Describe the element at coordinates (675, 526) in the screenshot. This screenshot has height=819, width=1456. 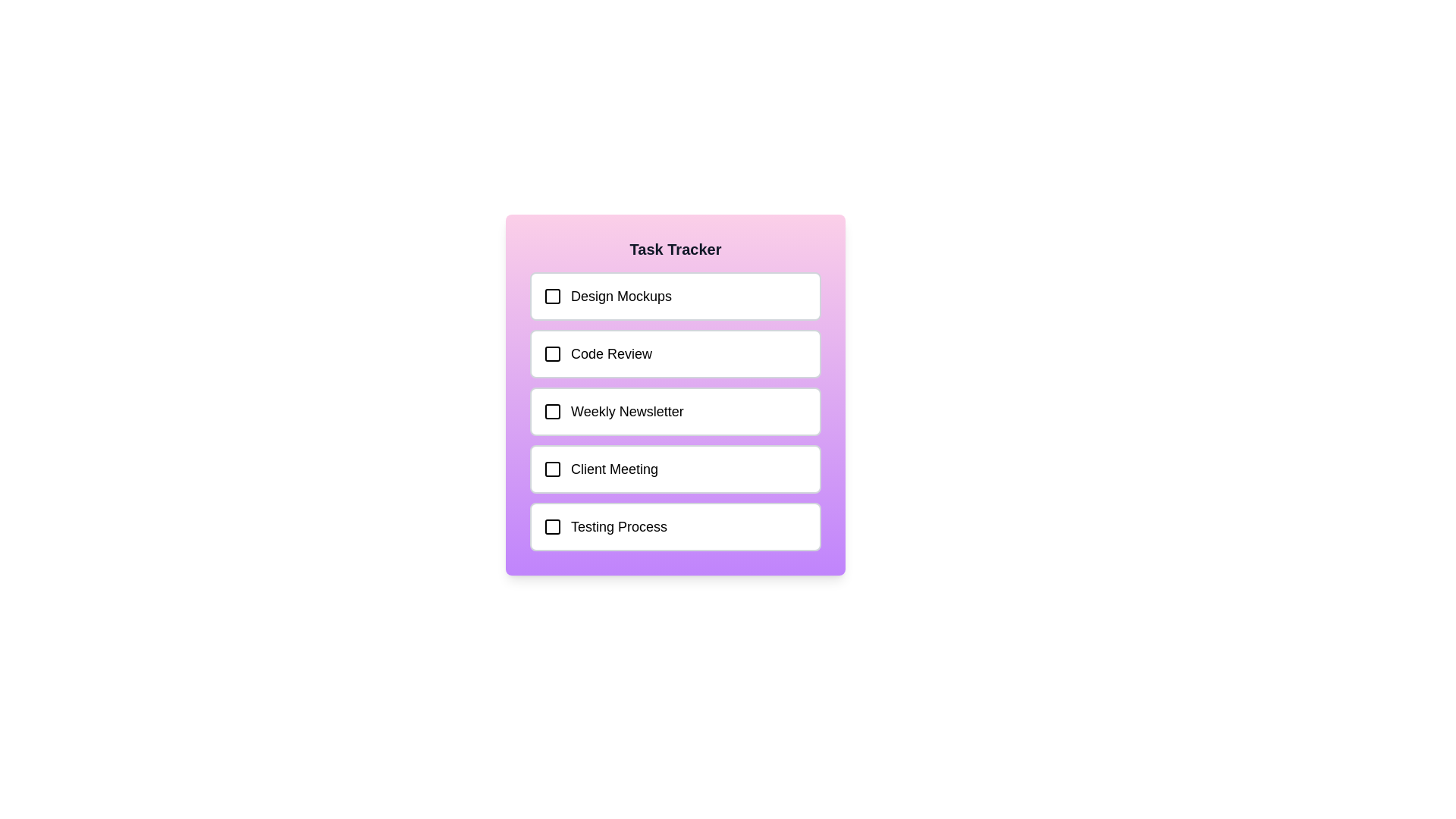
I see `the task labeled Testing Process` at that location.